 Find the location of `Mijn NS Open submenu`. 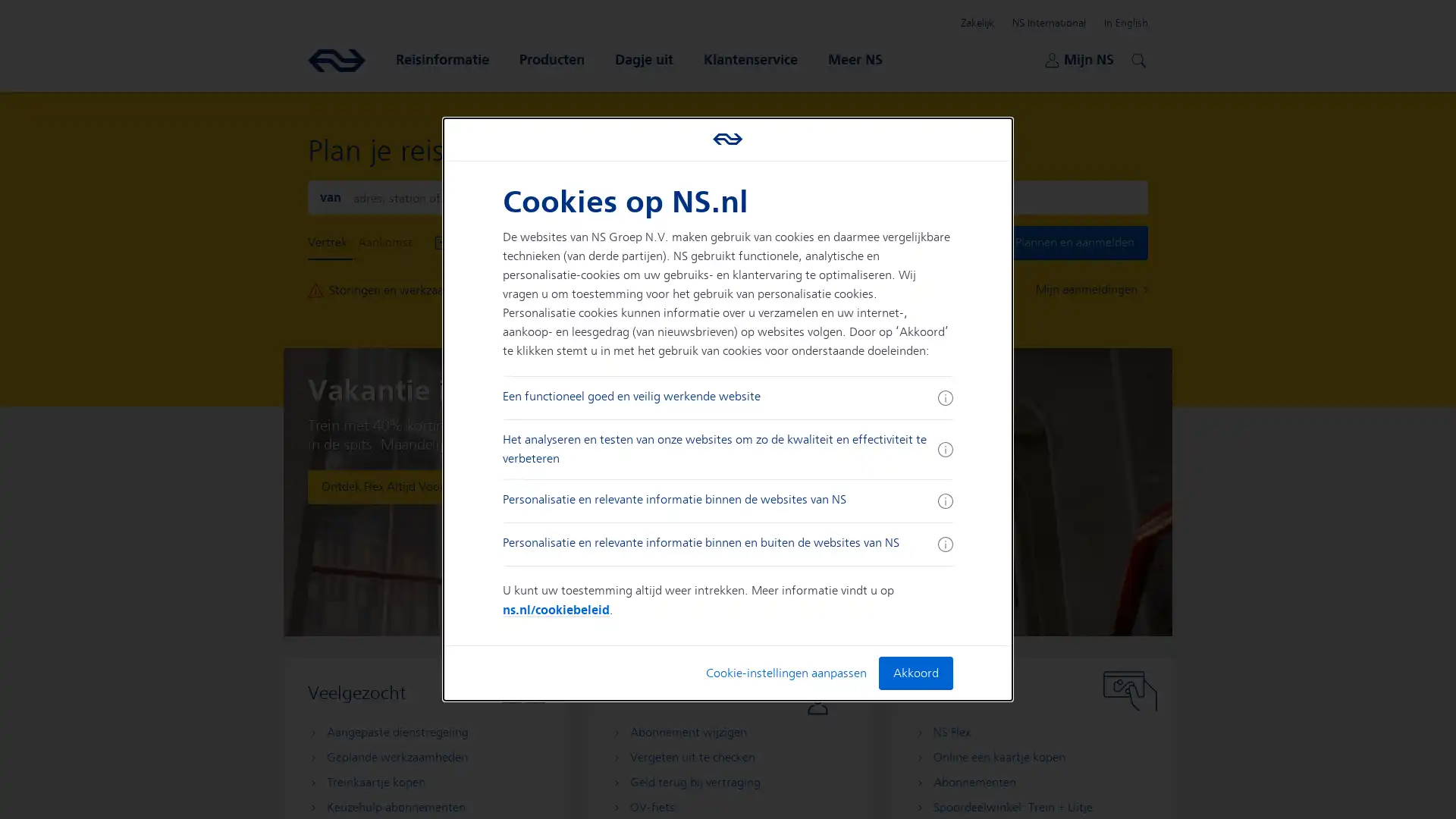

Mijn NS Open submenu is located at coordinates (1078, 58).